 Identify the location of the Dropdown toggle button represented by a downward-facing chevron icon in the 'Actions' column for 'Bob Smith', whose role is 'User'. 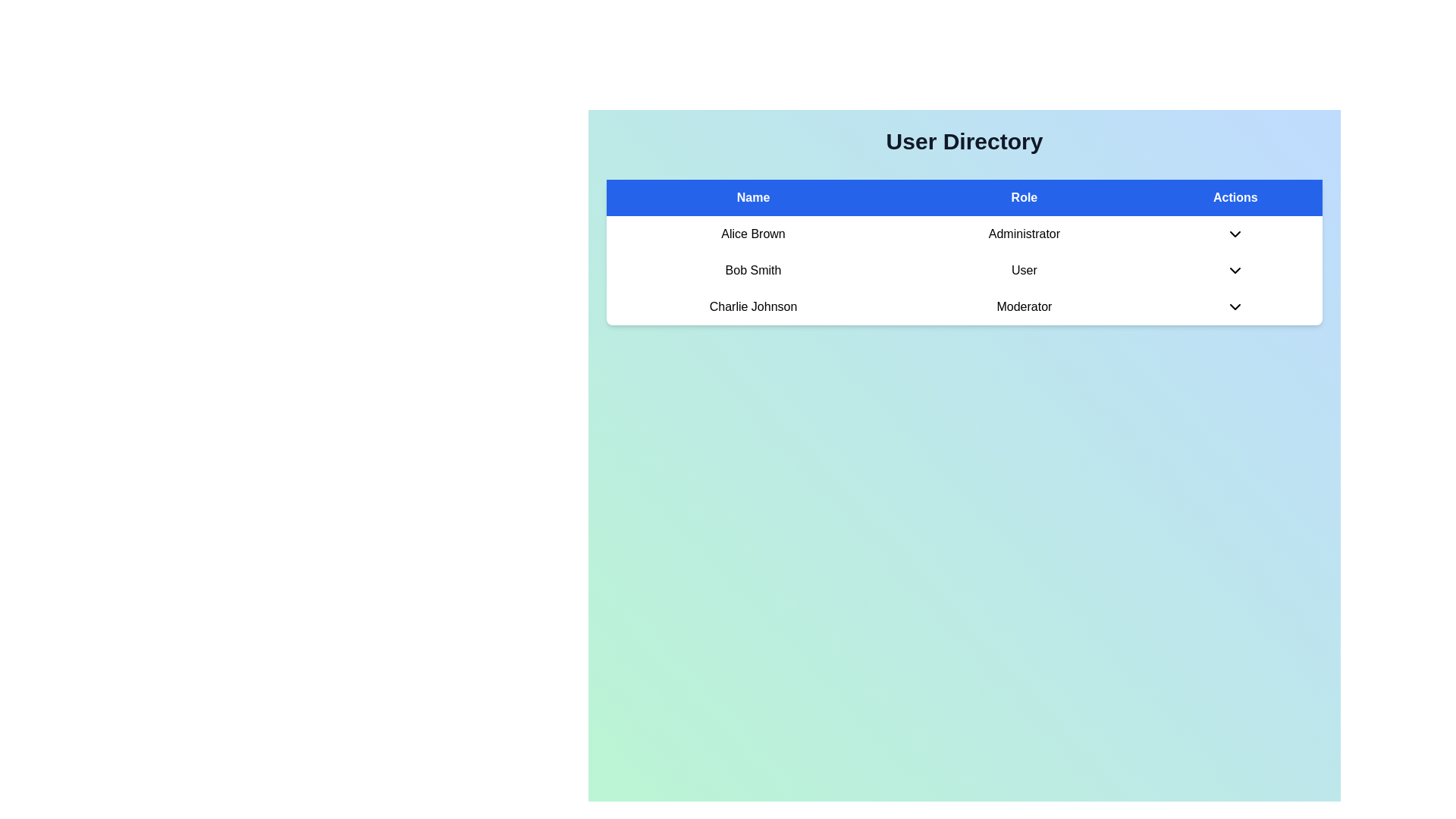
(1235, 270).